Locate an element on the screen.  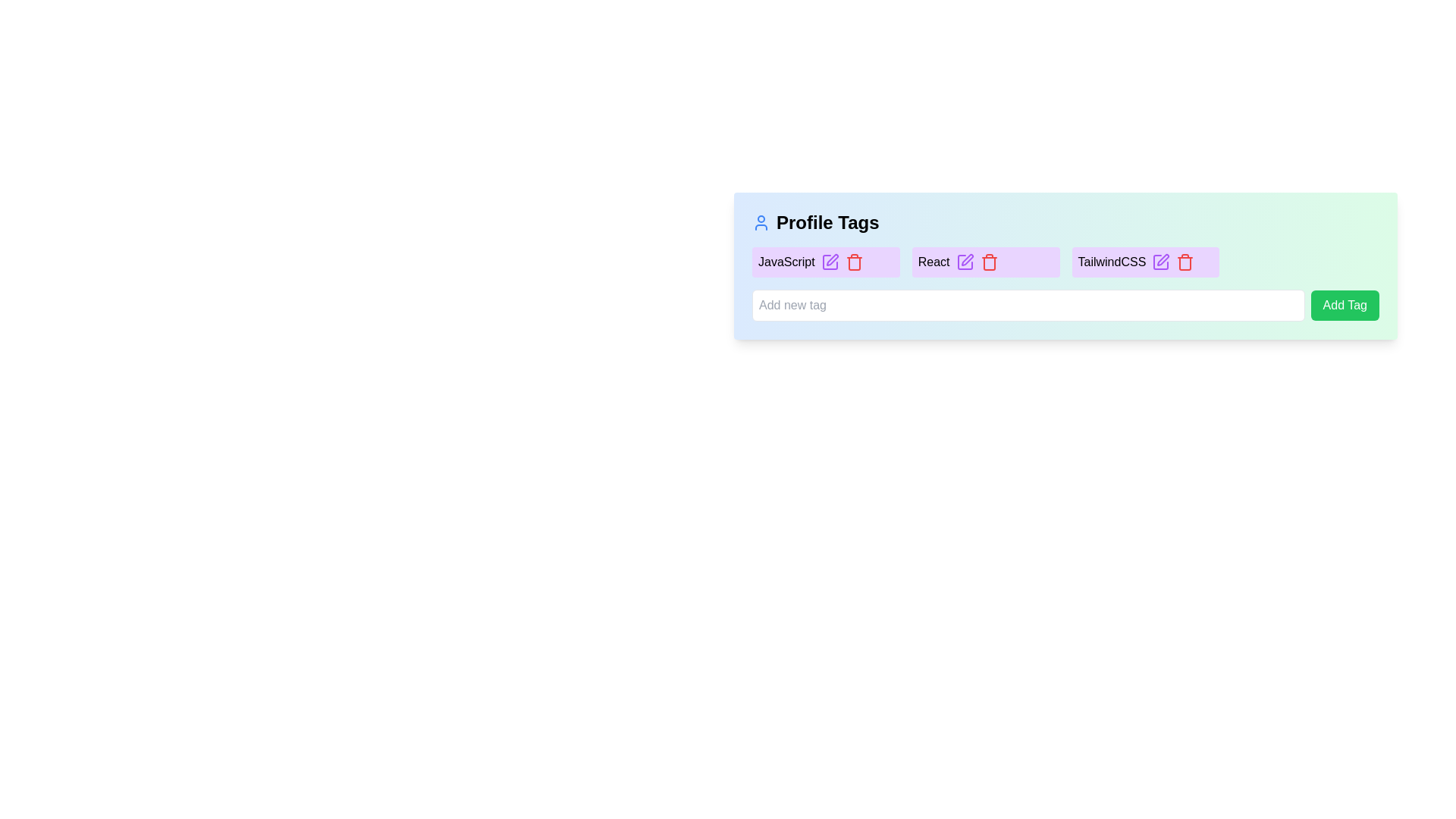
the purple pen SVG icon next to the 'TailwindCSS' label is located at coordinates (1160, 262).